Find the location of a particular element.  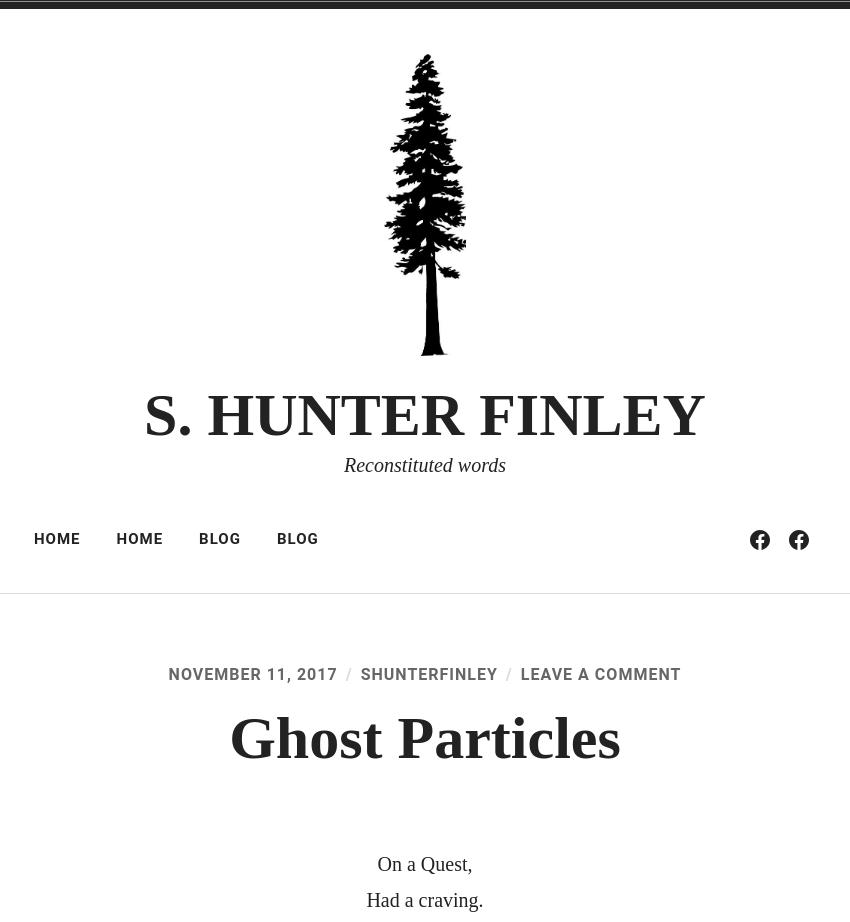

'On a Quest,' is located at coordinates (375, 863).